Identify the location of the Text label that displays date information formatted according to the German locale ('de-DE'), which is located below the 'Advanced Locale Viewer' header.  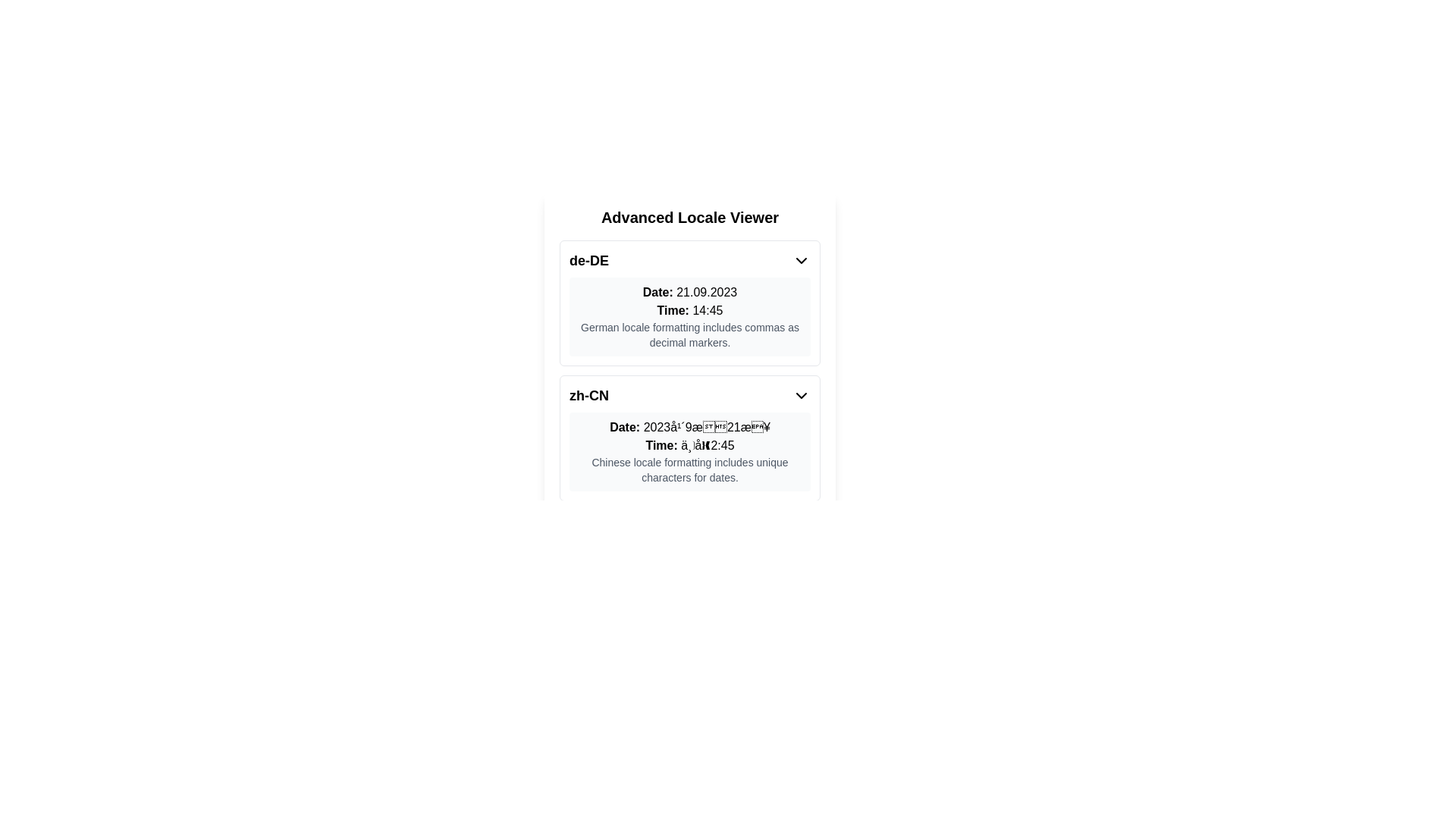
(689, 292).